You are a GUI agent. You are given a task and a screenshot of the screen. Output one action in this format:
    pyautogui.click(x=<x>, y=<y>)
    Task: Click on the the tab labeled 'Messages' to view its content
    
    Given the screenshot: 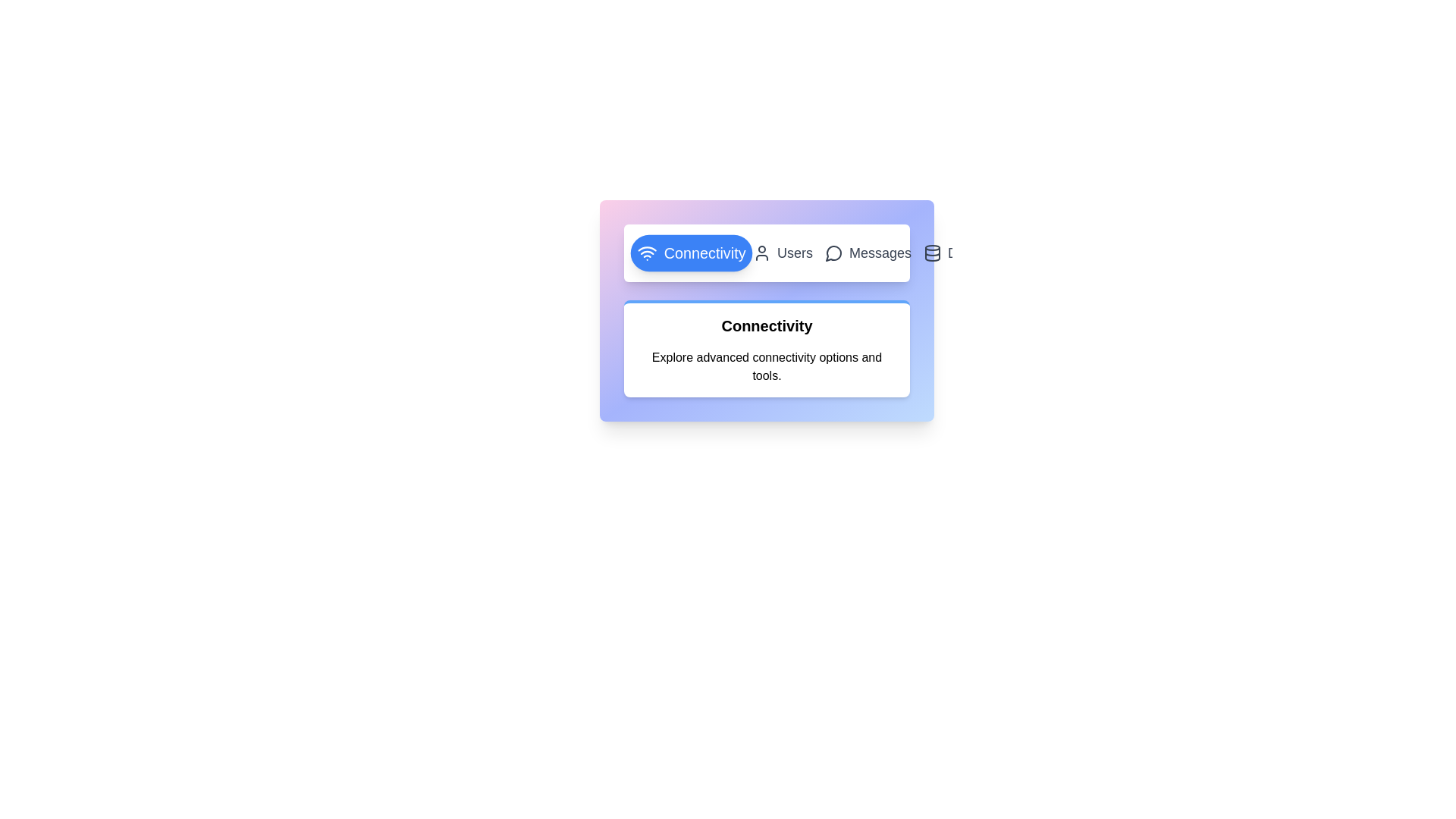 What is the action you would take?
    pyautogui.click(x=868, y=253)
    